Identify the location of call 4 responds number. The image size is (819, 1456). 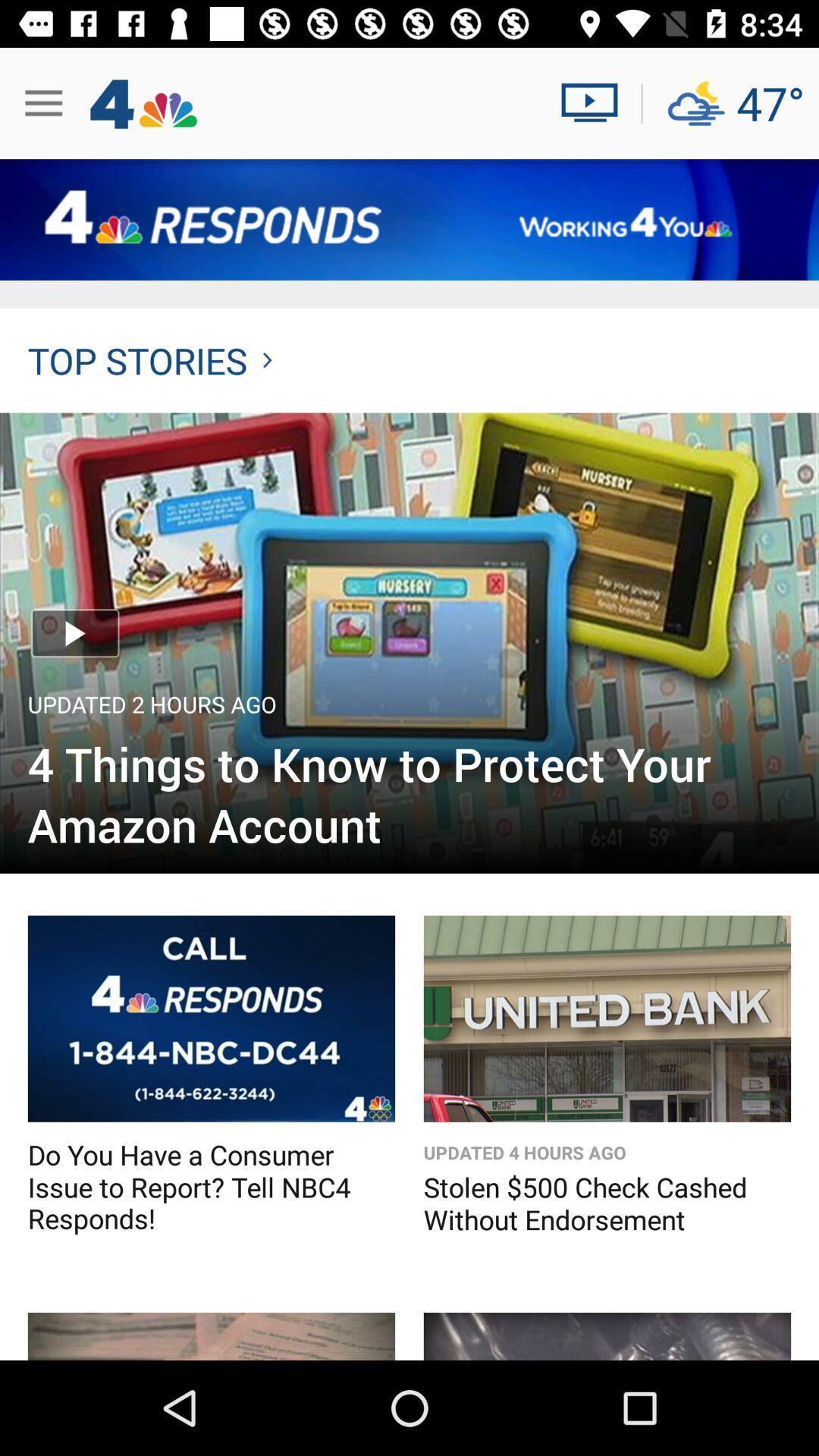
(211, 1018).